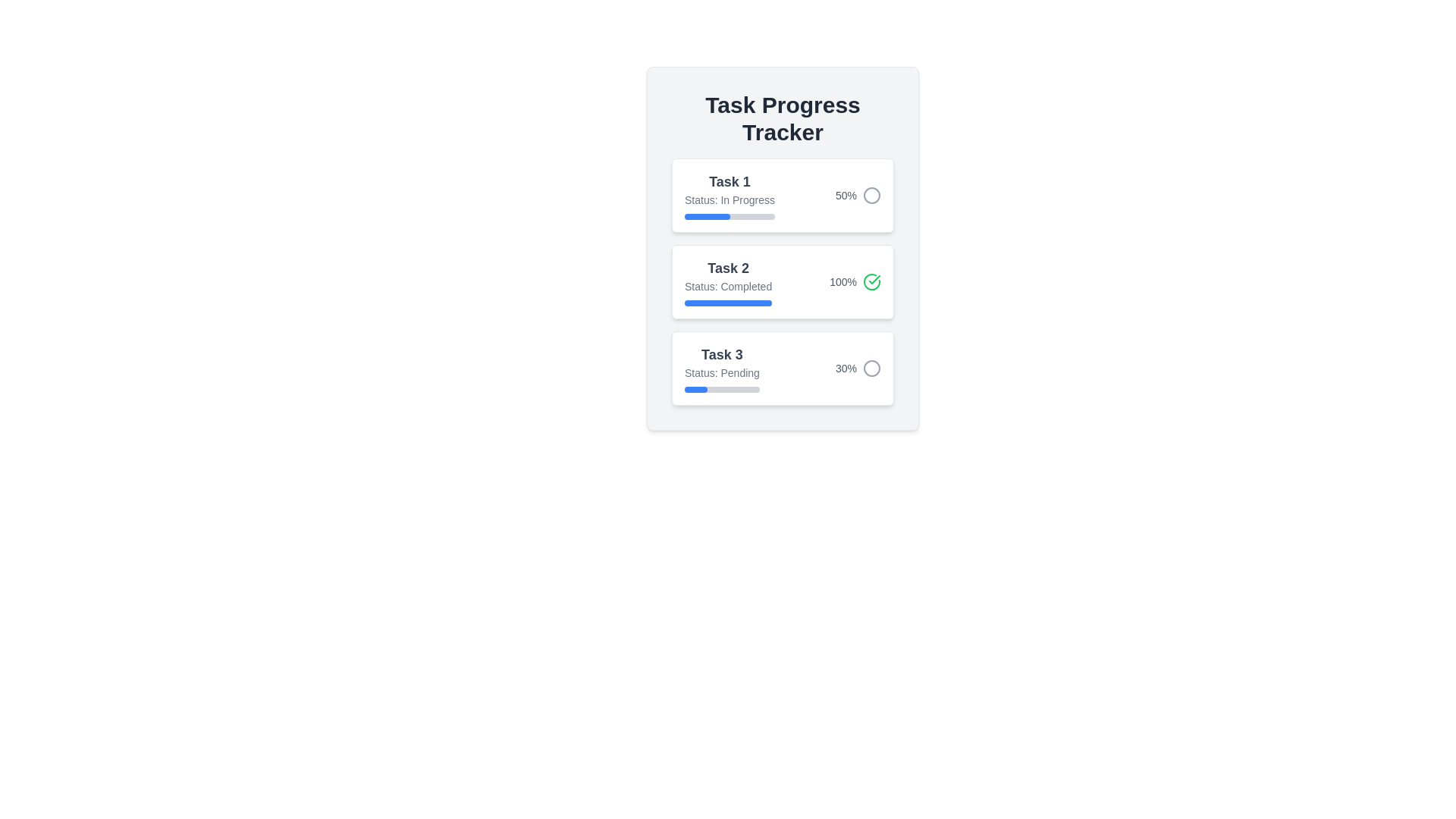 The image size is (1456, 819). I want to click on the text label indicating the completion percentage of the task associated with 'Task 3: Status: Pending', located to the right of the 'Status: Pending' text and near a circular icon, so click(845, 369).